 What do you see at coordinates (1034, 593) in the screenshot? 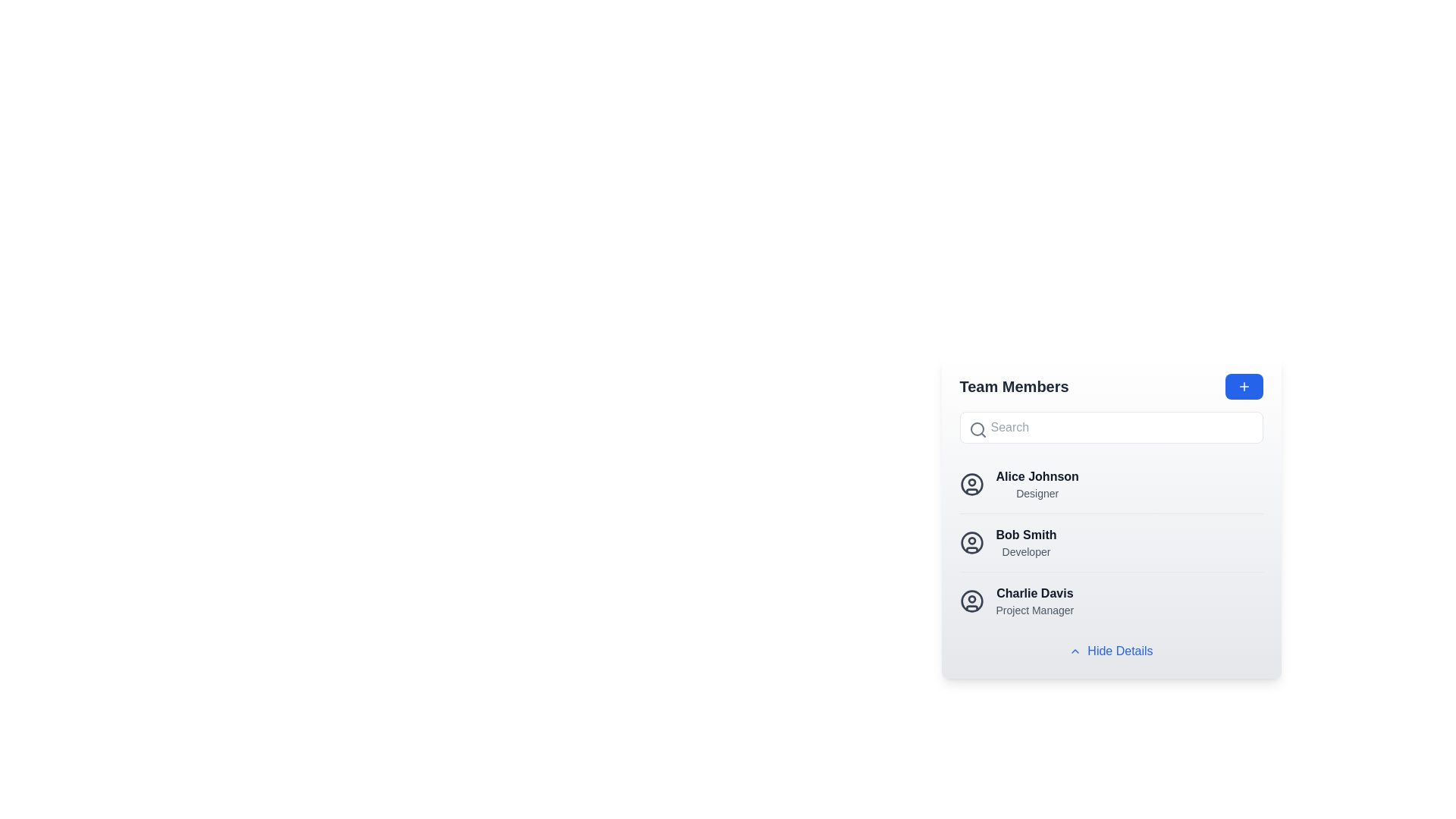
I see `text label displaying 'Charlie Davis', which is located at the center of the Team Members interface above the 'Project Manager' designation` at bounding box center [1034, 593].